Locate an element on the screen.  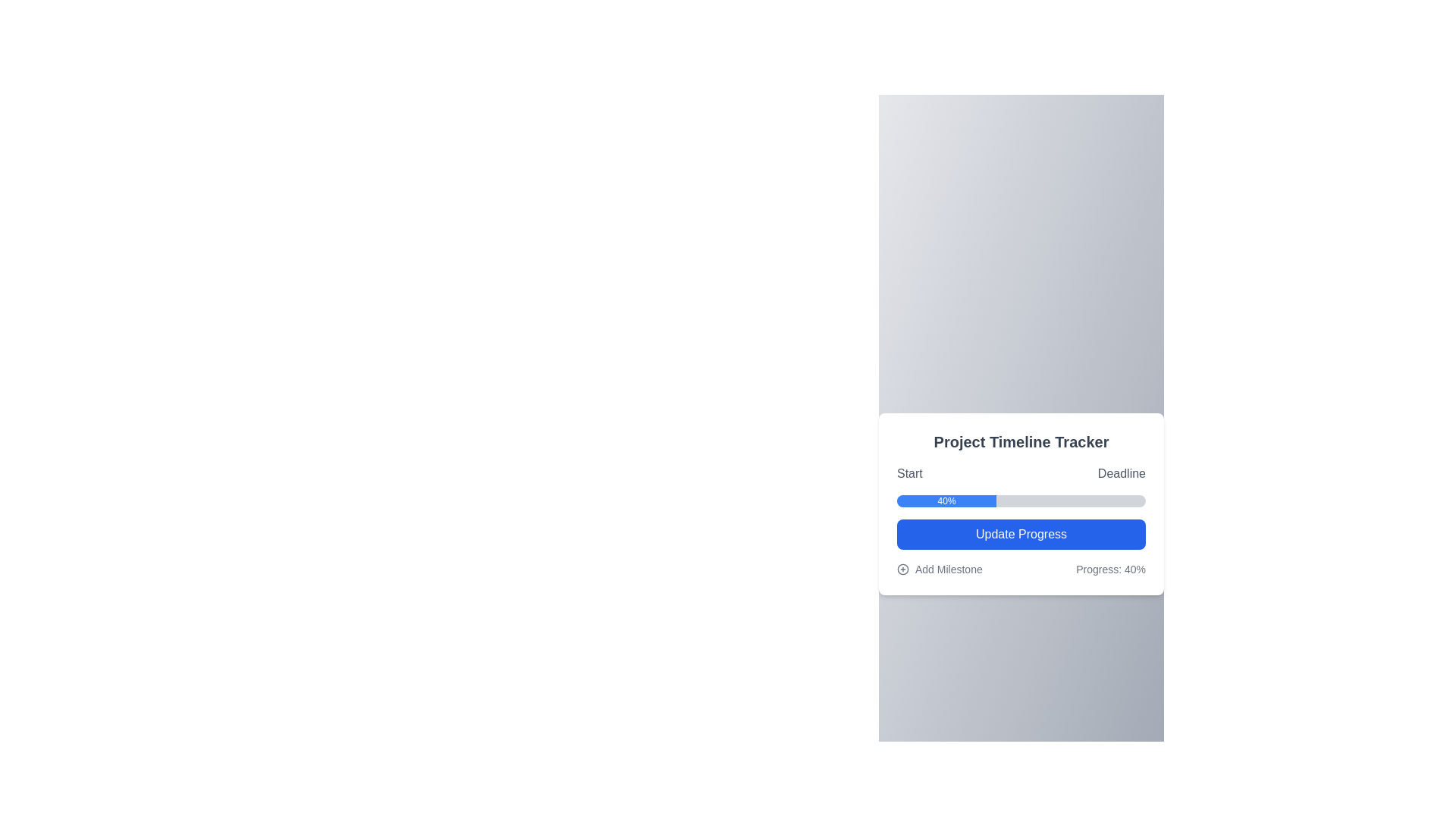
the button for adding a new milestone to change its text color to blue is located at coordinates (939, 570).